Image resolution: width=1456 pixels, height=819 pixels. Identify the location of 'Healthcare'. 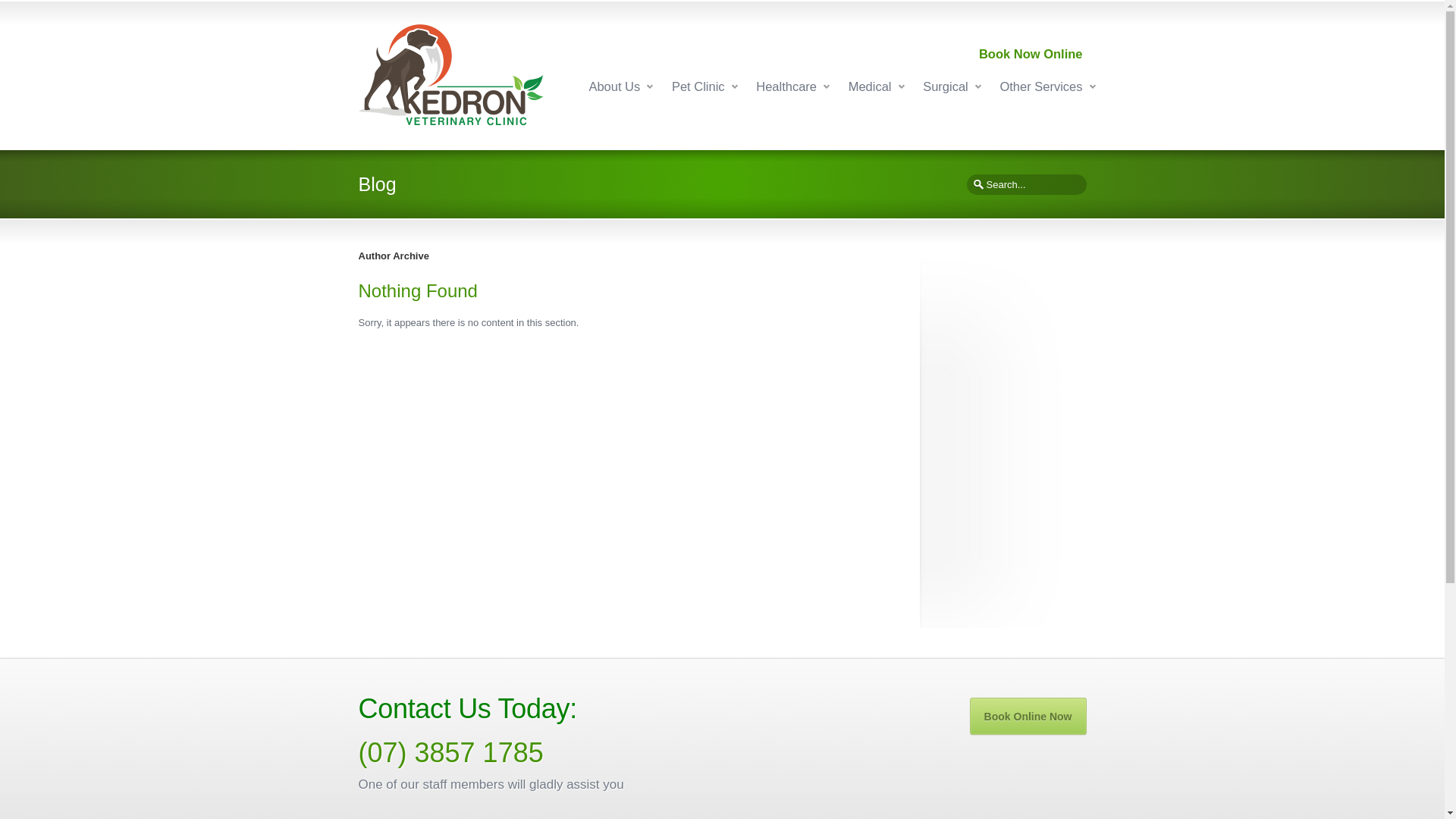
(786, 86).